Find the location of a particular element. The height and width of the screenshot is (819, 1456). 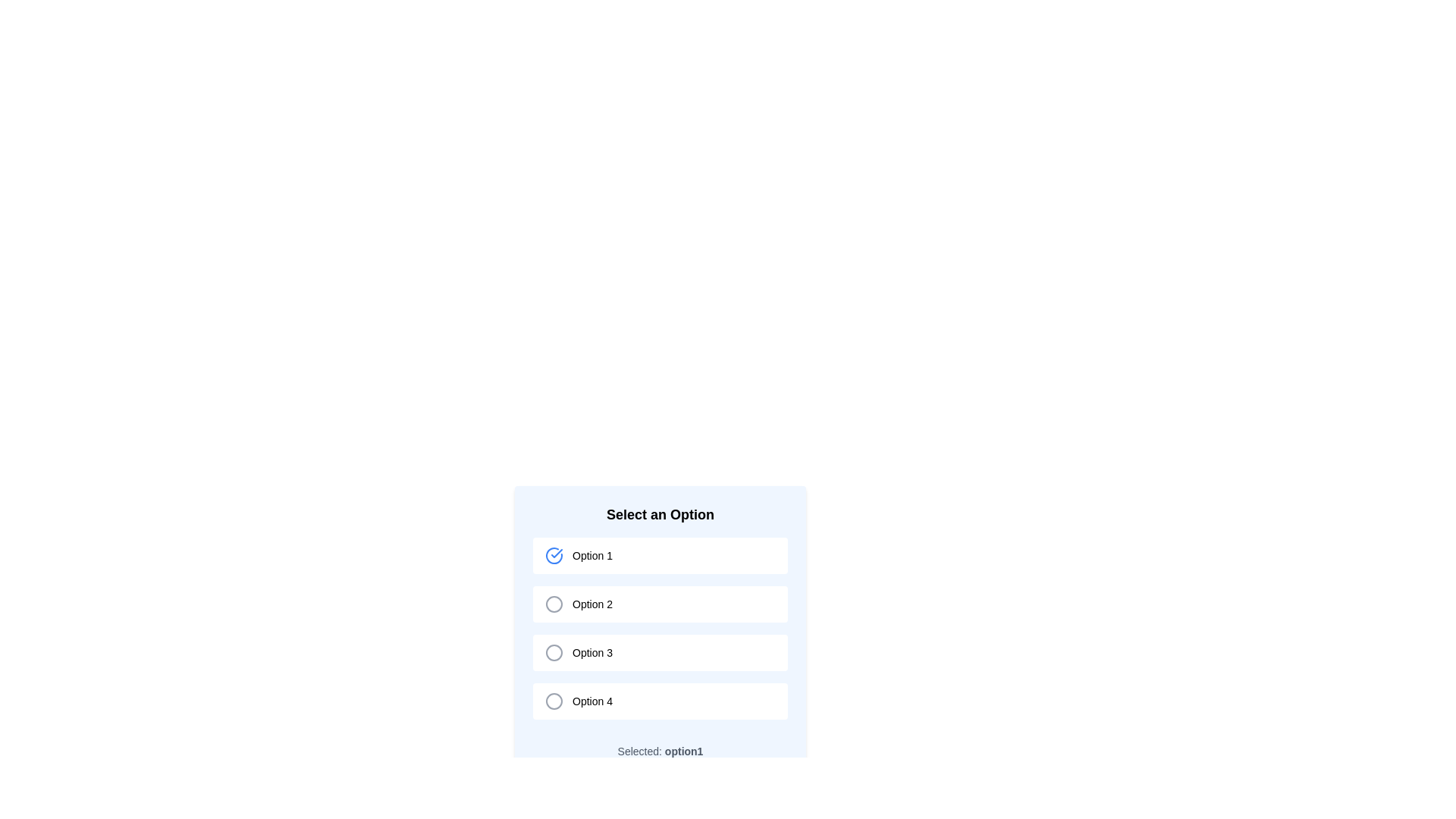

the second selectable list item labeled 'Option 2' is located at coordinates (660, 604).